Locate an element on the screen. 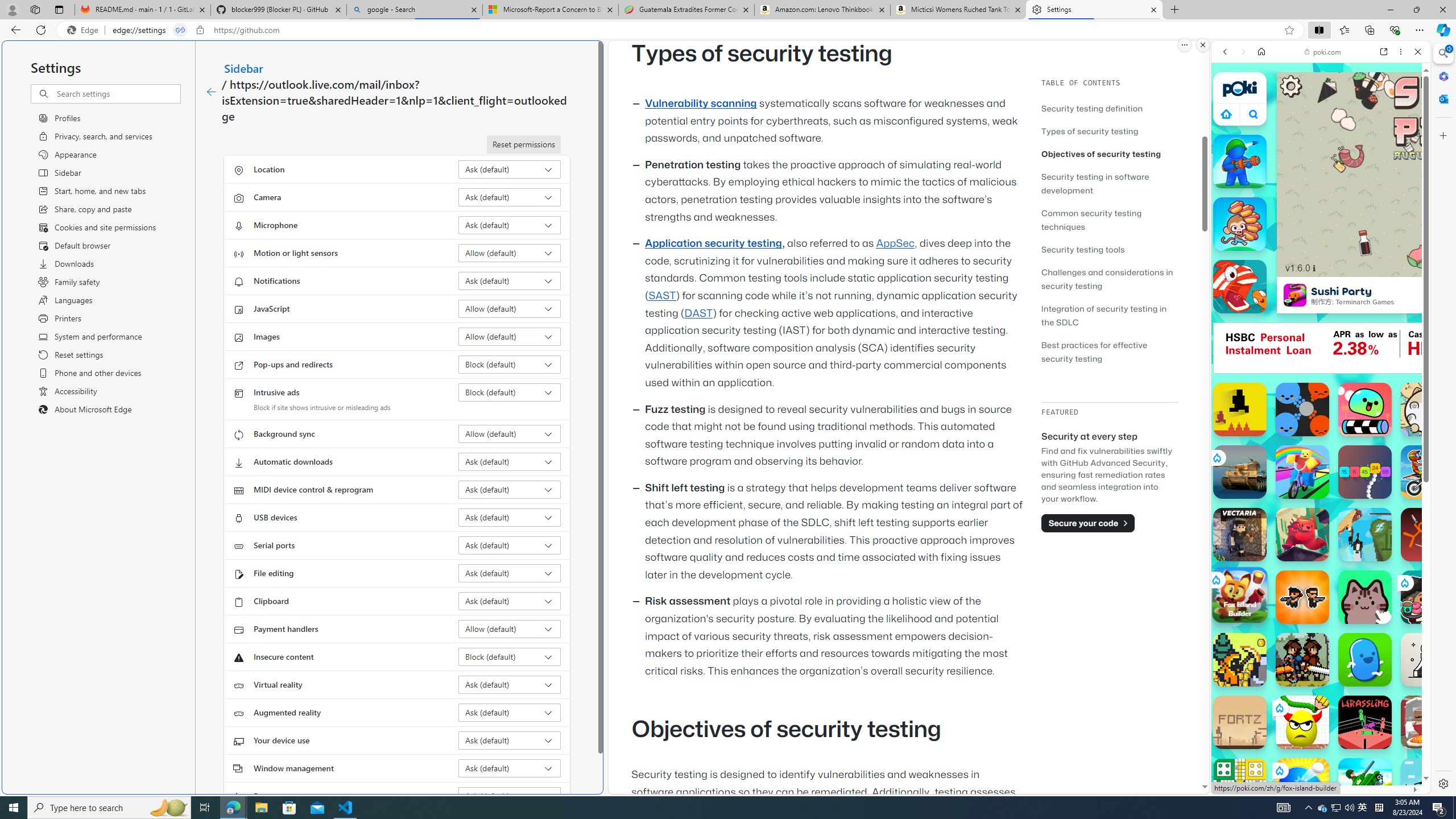 Image resolution: width=1456 pixels, height=819 pixels. 'Intrusive ads Block (default)' is located at coordinates (510, 392).